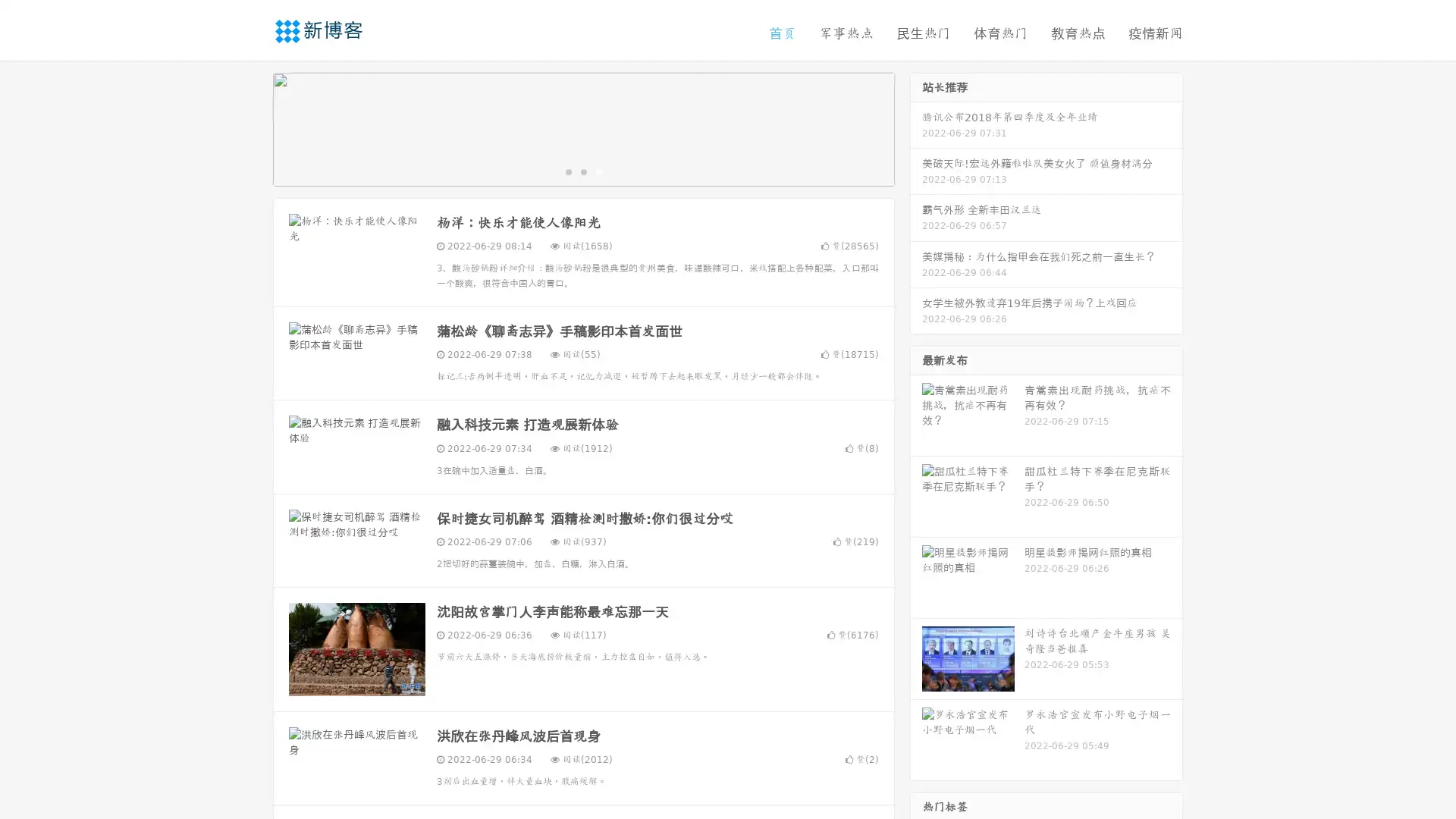 The image size is (1456, 819). Describe the element at coordinates (916, 127) in the screenshot. I see `Next slide` at that location.